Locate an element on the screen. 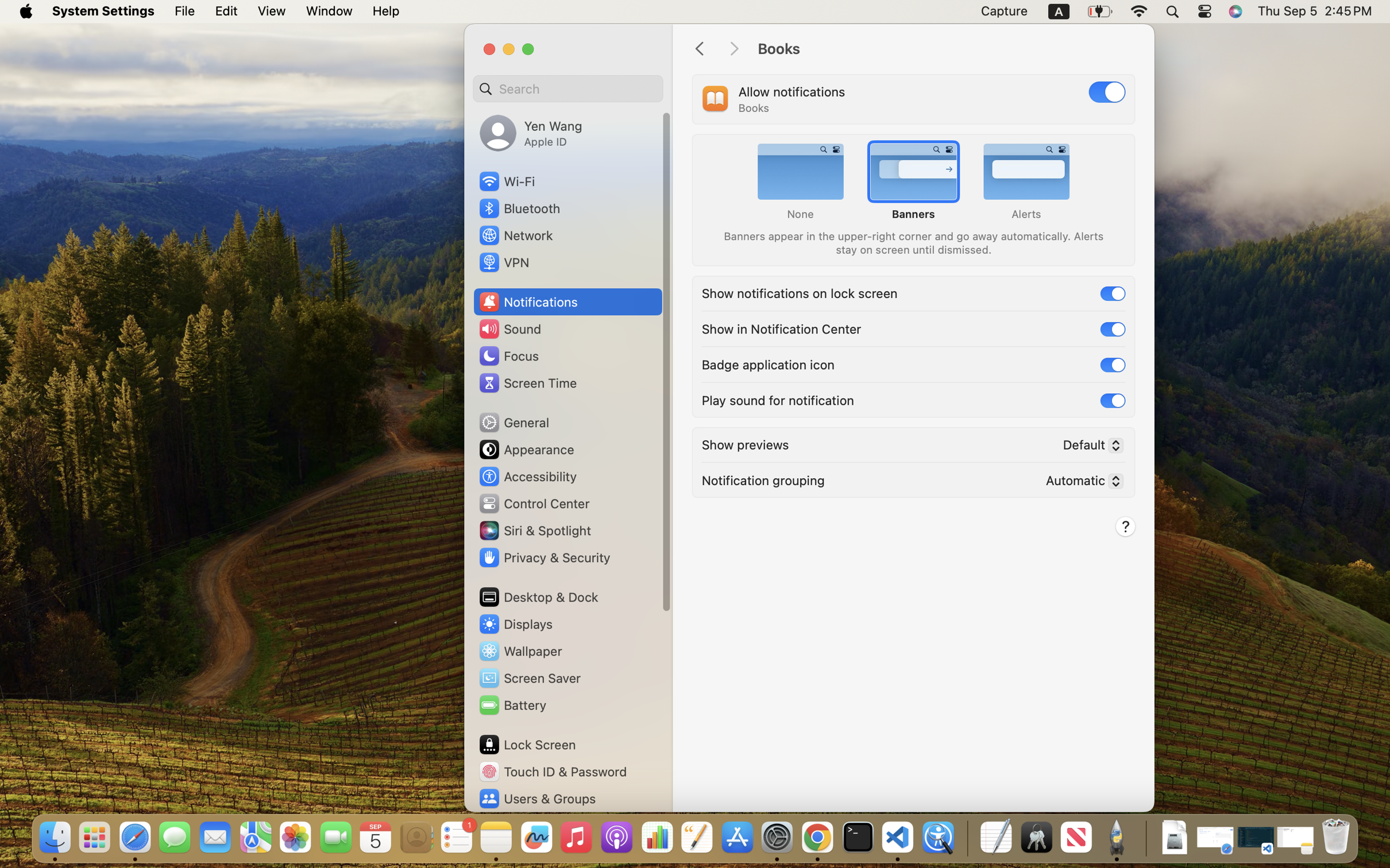 The image size is (1390, 868). 'Screen Time' is located at coordinates (527, 382).